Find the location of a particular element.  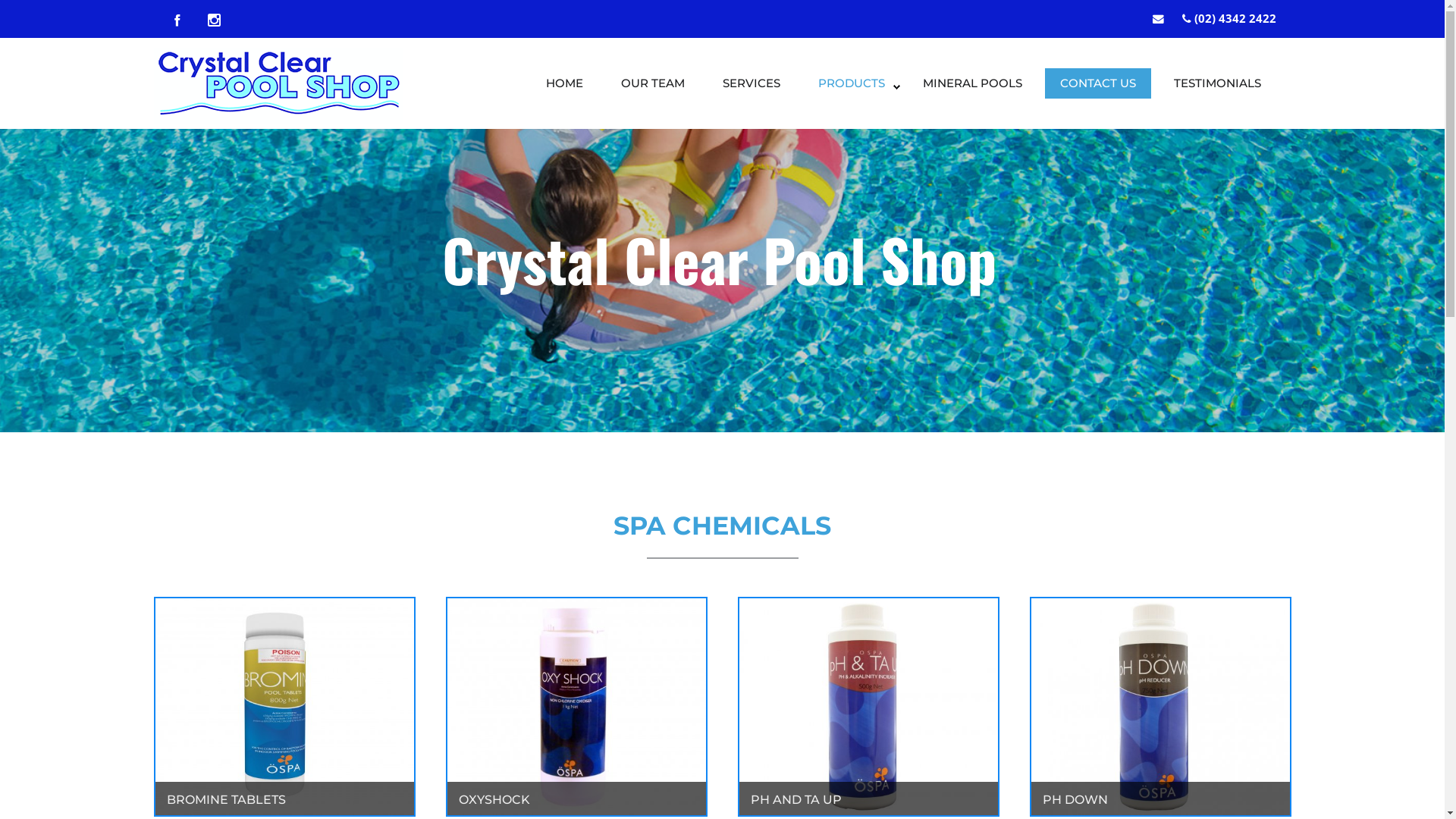

'MINERAL POOLS' is located at coordinates (971, 83).